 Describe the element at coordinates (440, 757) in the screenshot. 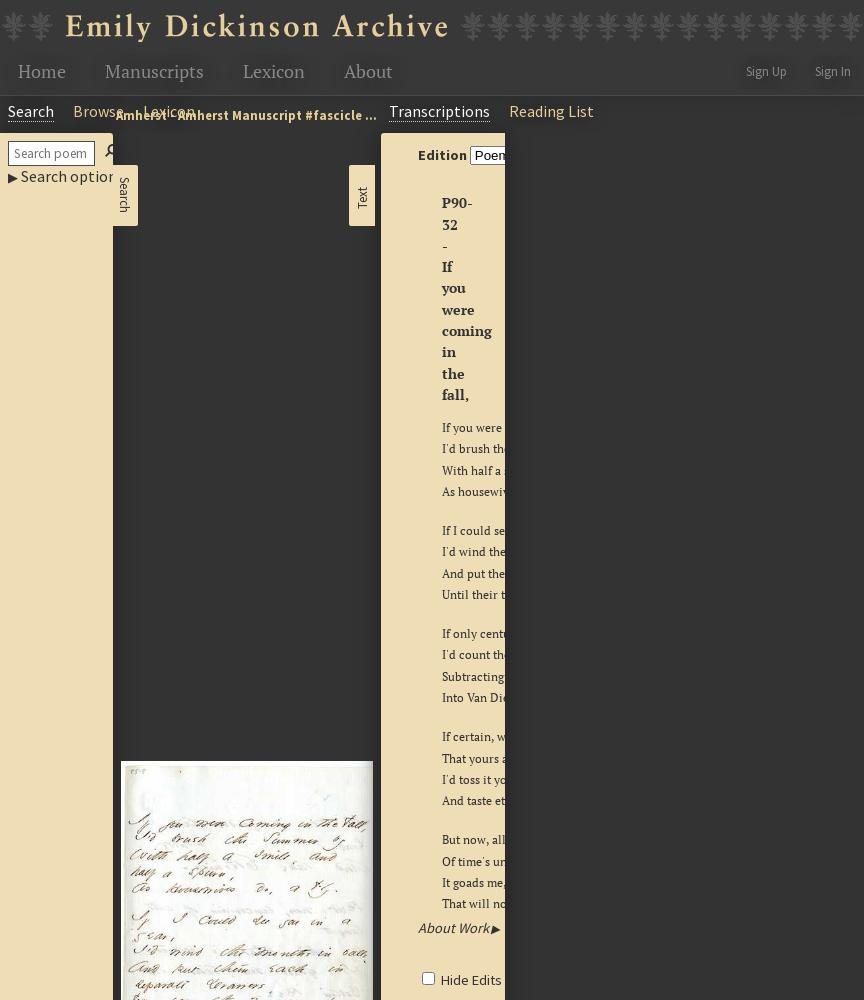

I see `'That yours and mine should be,'` at that location.